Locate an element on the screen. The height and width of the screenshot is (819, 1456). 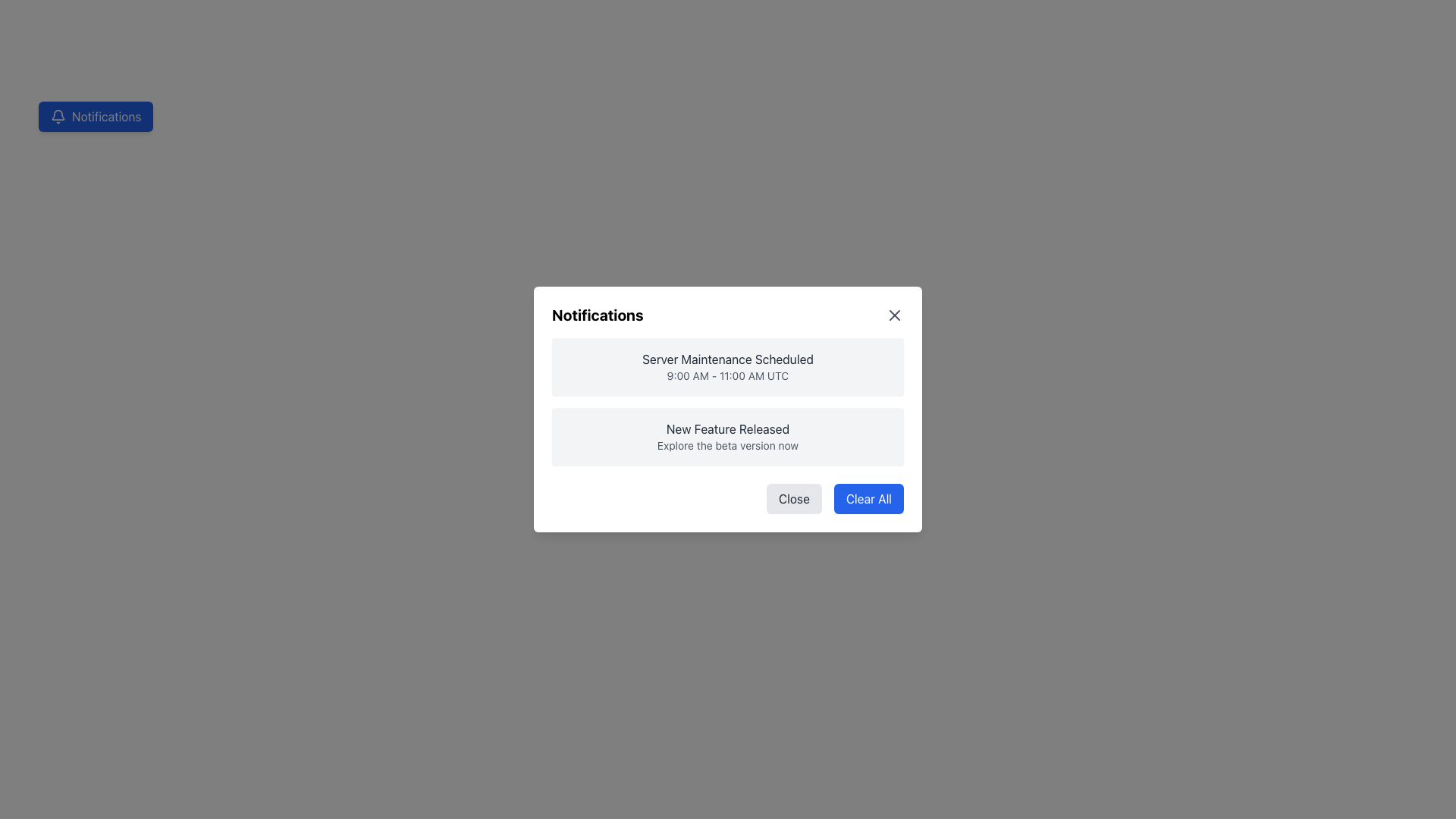
the text label that details the scheduled time for server maintenance, located in the notification card under the title 'Server Maintenance Scheduled' is located at coordinates (728, 375).